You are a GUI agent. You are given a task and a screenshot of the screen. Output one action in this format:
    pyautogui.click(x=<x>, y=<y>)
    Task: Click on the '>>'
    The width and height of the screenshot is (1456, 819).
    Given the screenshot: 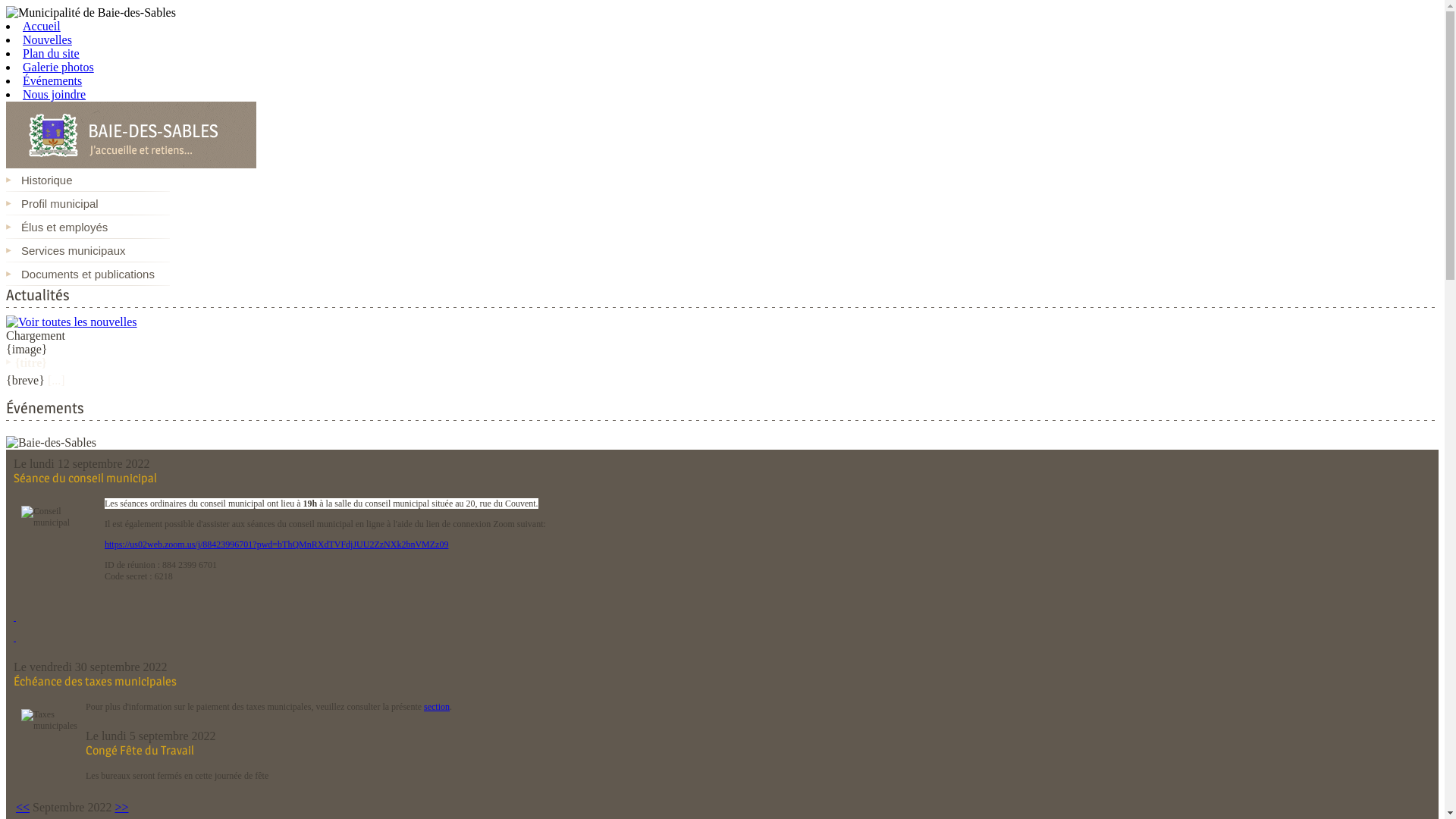 What is the action you would take?
    pyautogui.click(x=120, y=806)
    